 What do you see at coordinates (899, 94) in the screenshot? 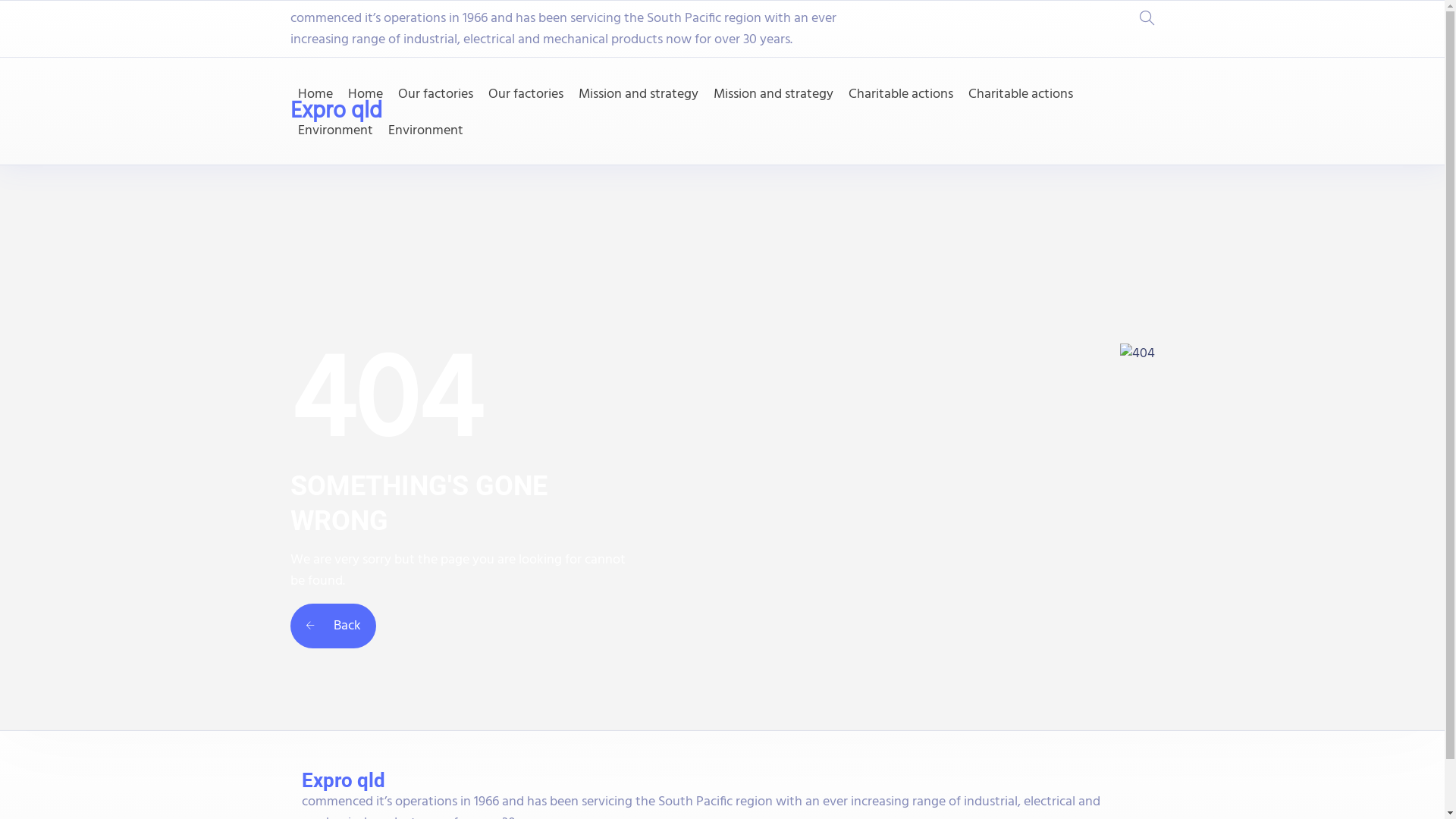
I see `'Charitable actions'` at bounding box center [899, 94].